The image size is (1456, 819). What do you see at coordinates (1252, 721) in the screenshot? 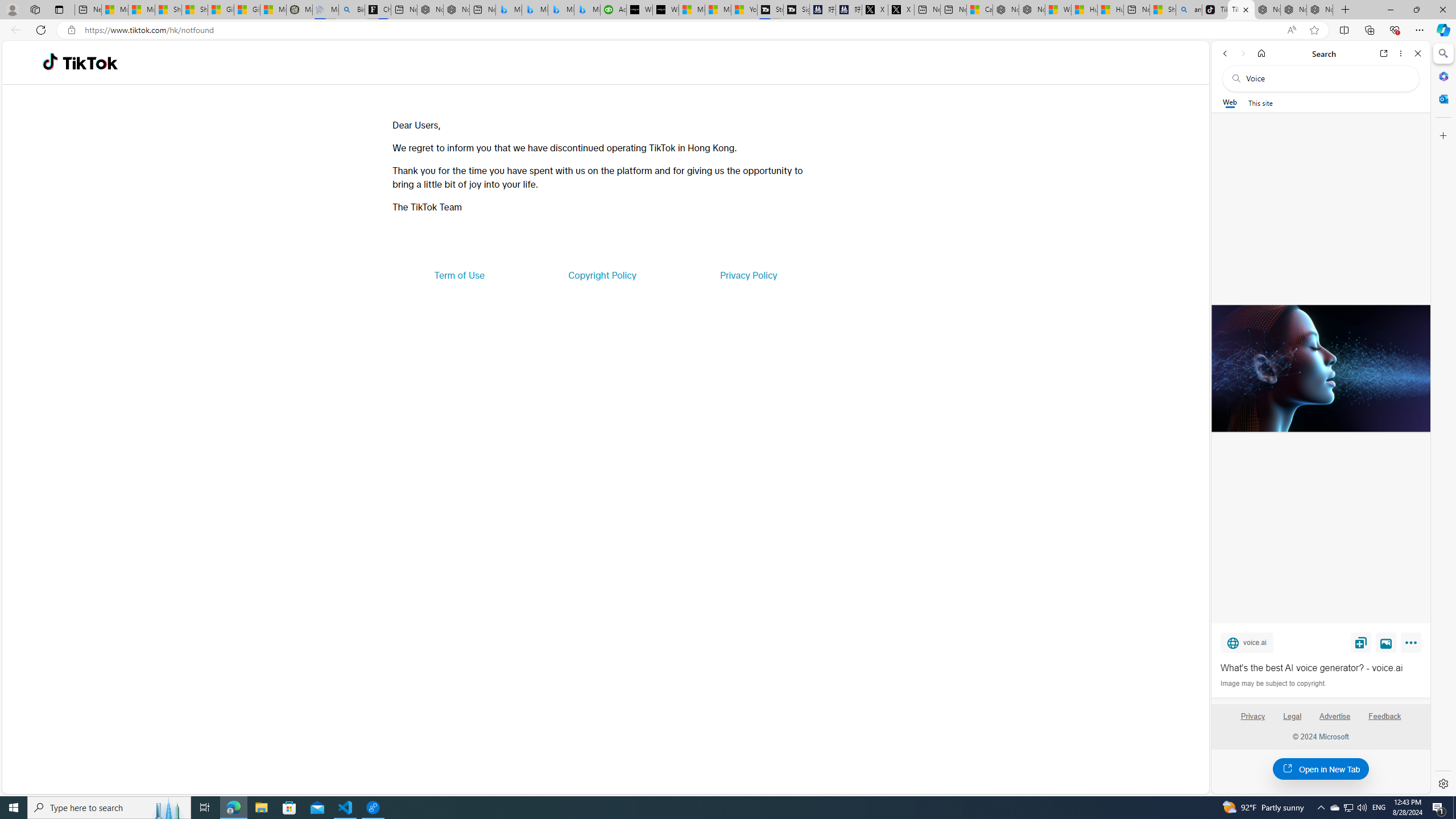
I see `'Privacy'` at bounding box center [1252, 721].